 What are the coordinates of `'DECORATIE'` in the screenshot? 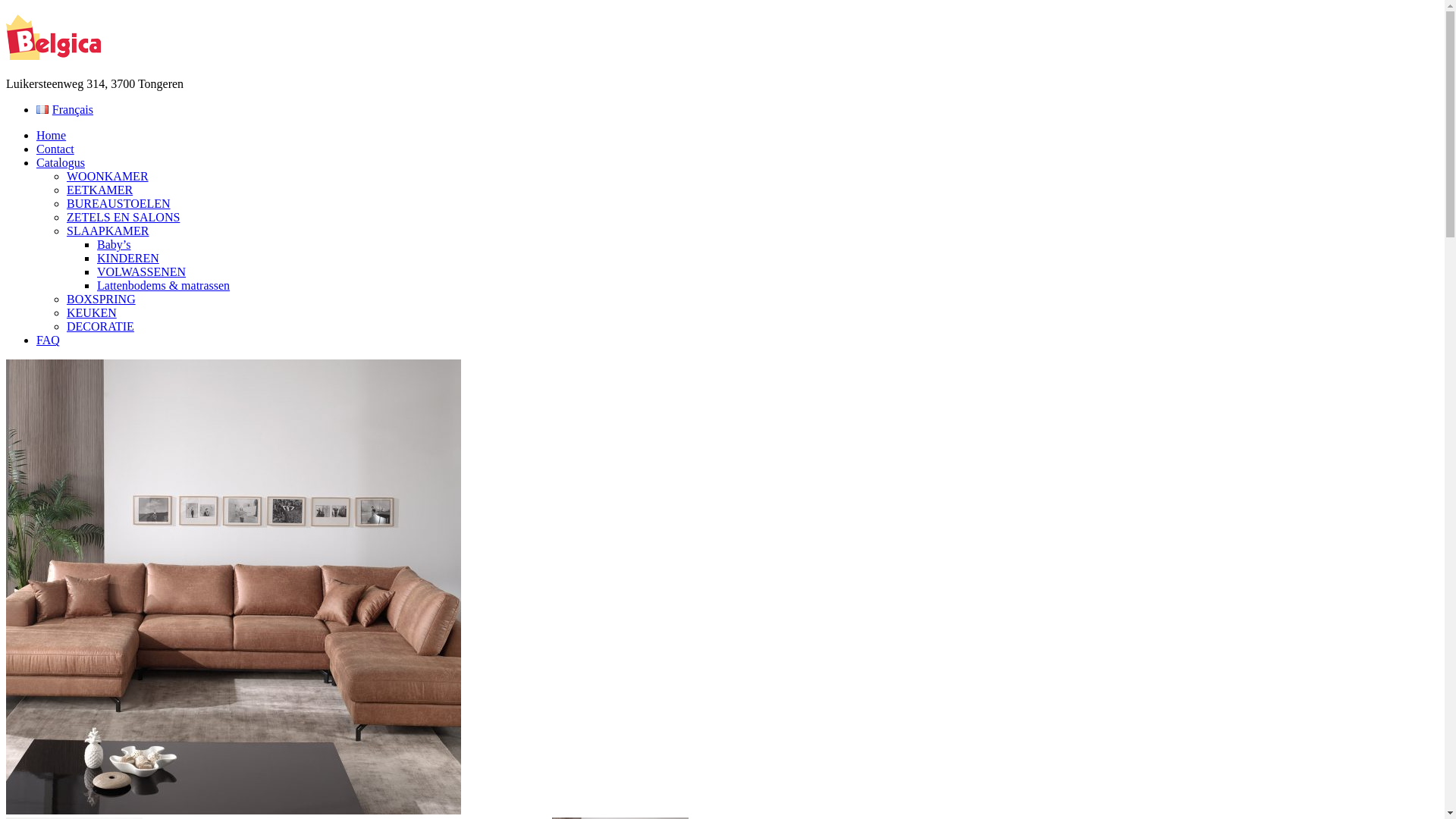 It's located at (99, 325).